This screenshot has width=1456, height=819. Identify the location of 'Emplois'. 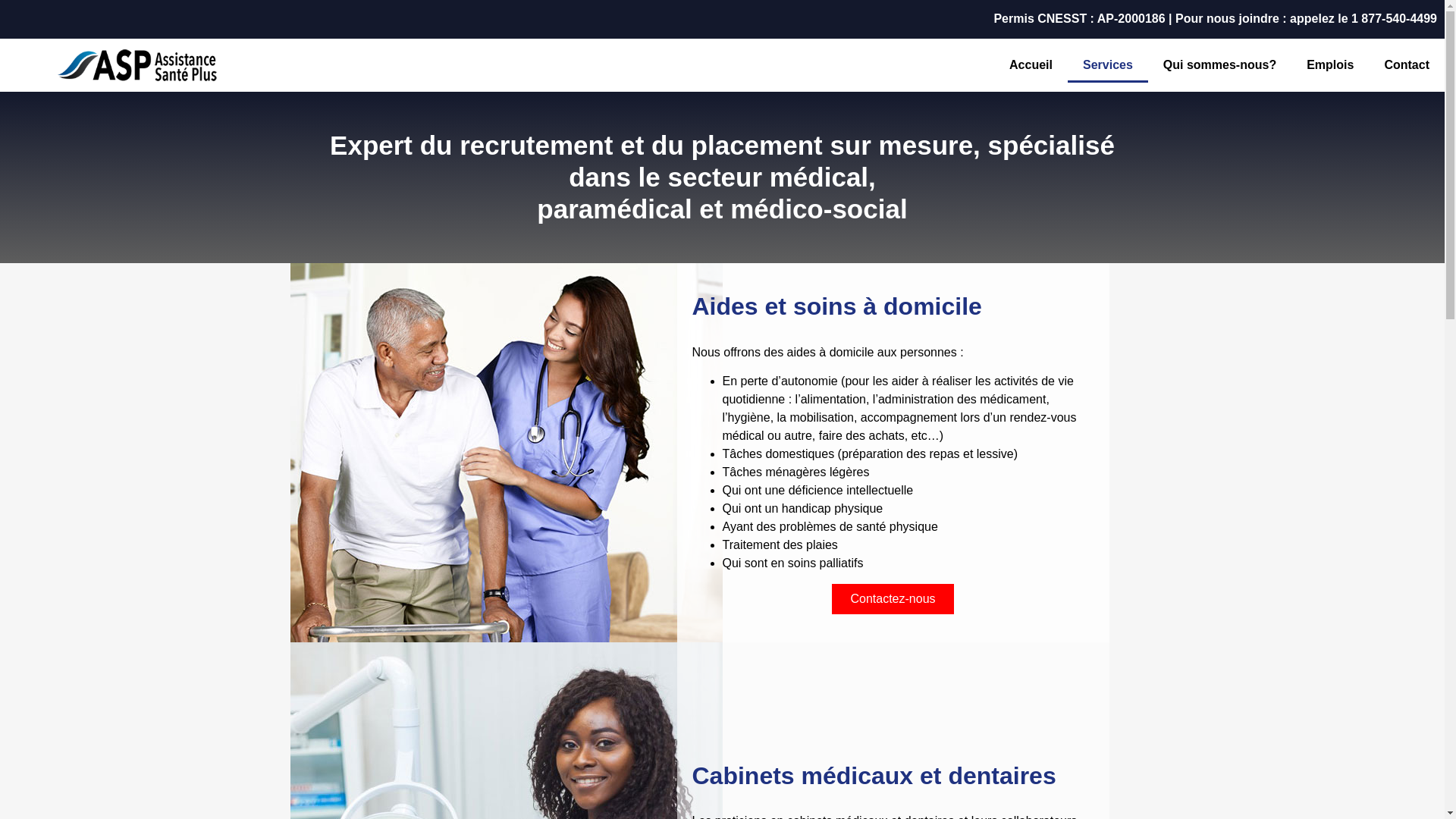
(1329, 64).